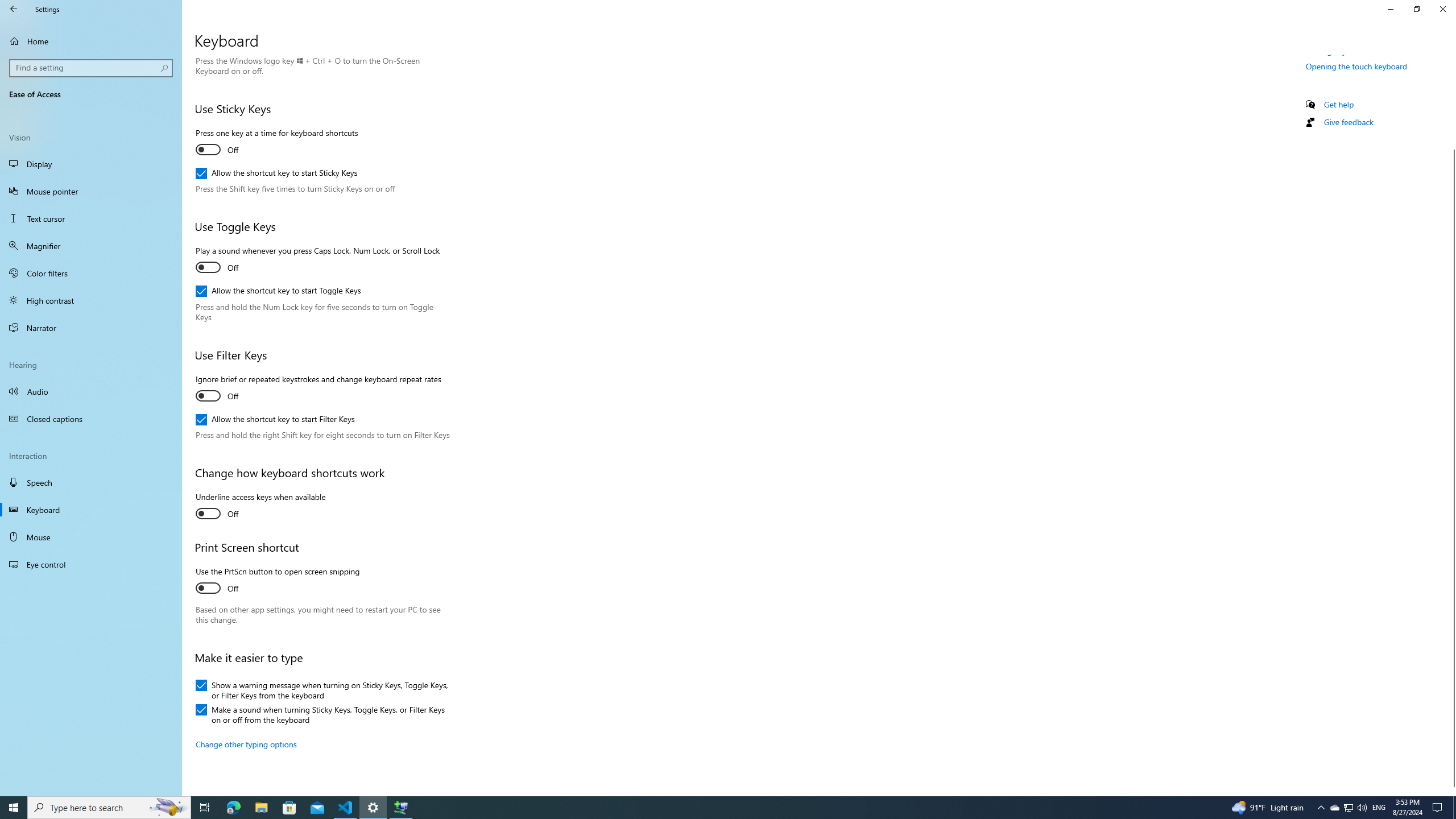  Describe the element at coordinates (90, 299) in the screenshot. I see `'High contrast'` at that location.